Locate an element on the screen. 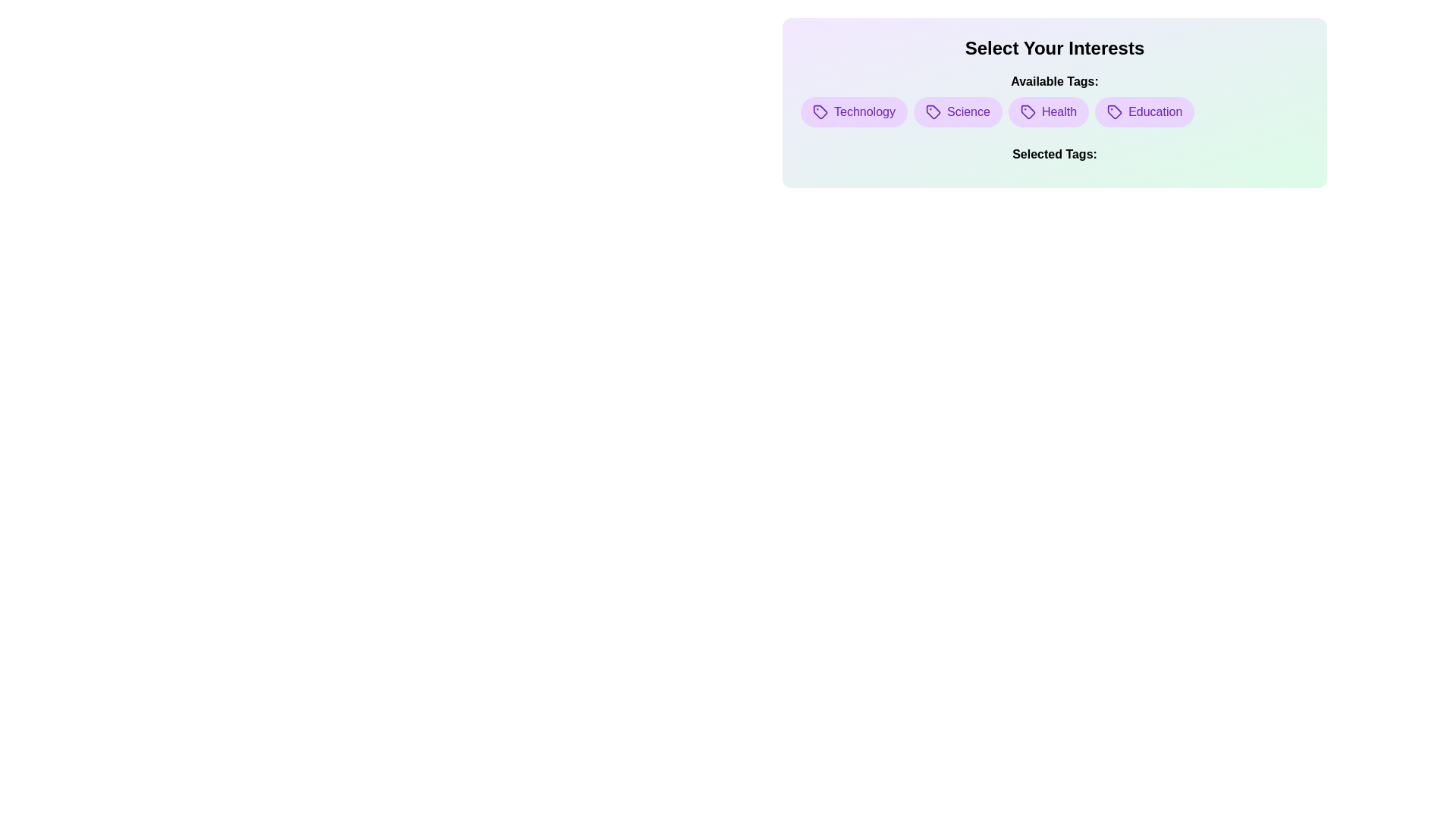 This screenshot has width=1456, height=819. the 'Science' icon located in the 'Available Tags' section, which is centrally positioned among the other icons for 'Technology', 'Health', and 'Education' is located at coordinates (932, 111).